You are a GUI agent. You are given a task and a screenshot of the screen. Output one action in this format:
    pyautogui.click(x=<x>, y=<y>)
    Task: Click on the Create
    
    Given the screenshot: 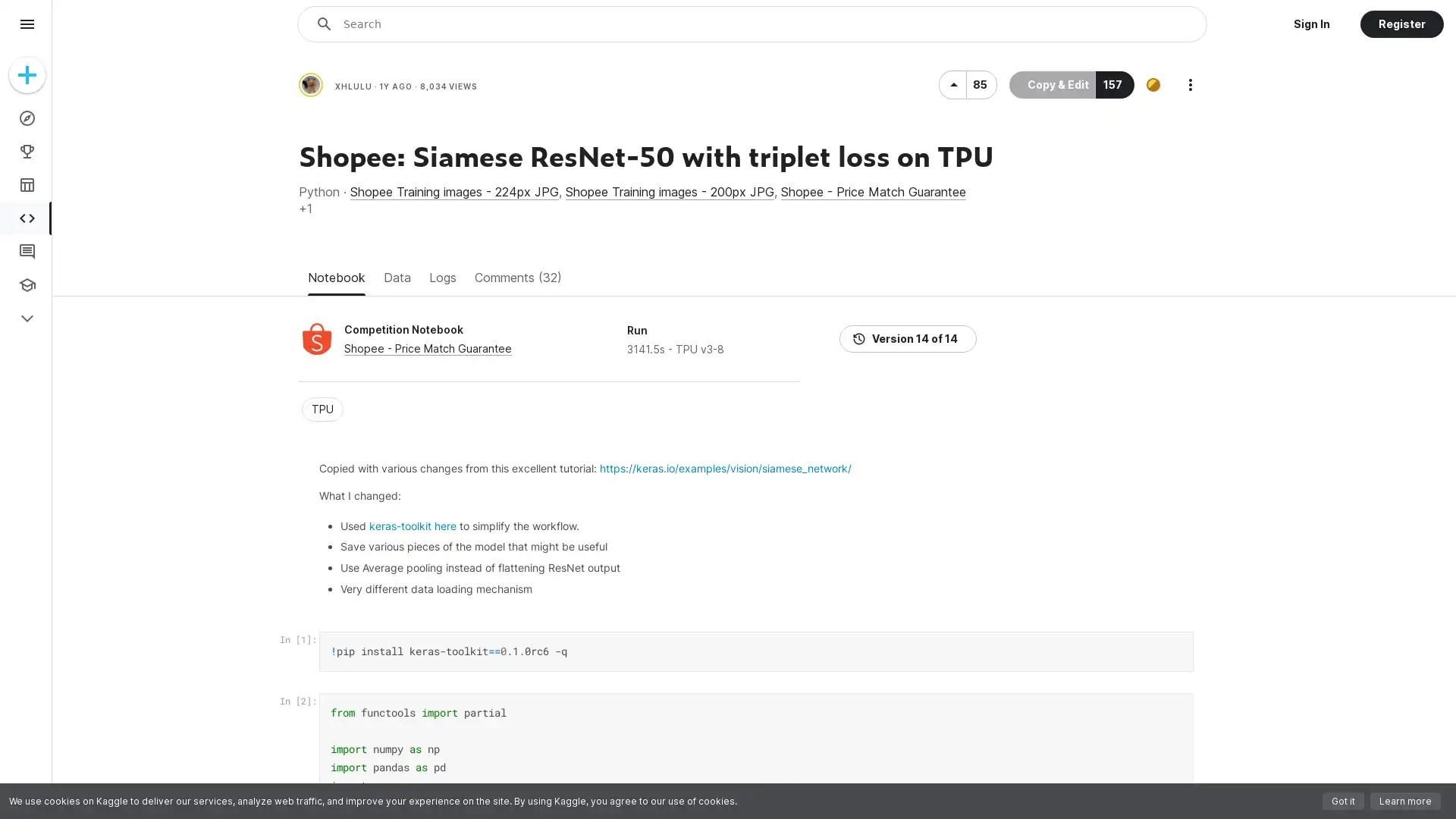 What is the action you would take?
    pyautogui.click(x=27, y=75)
    